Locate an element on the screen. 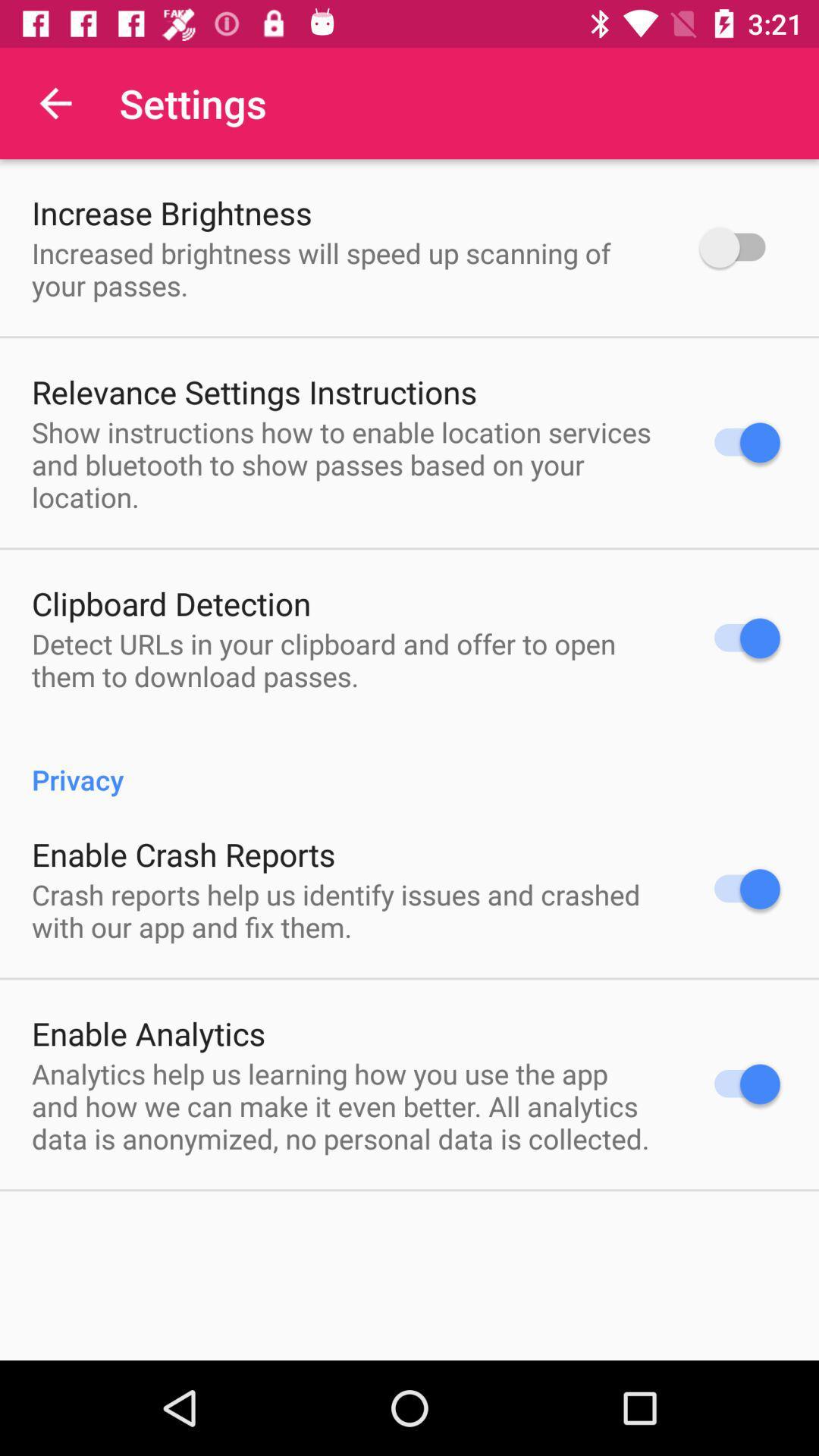 This screenshot has width=819, height=1456. the item above detect urls in icon is located at coordinates (171, 602).